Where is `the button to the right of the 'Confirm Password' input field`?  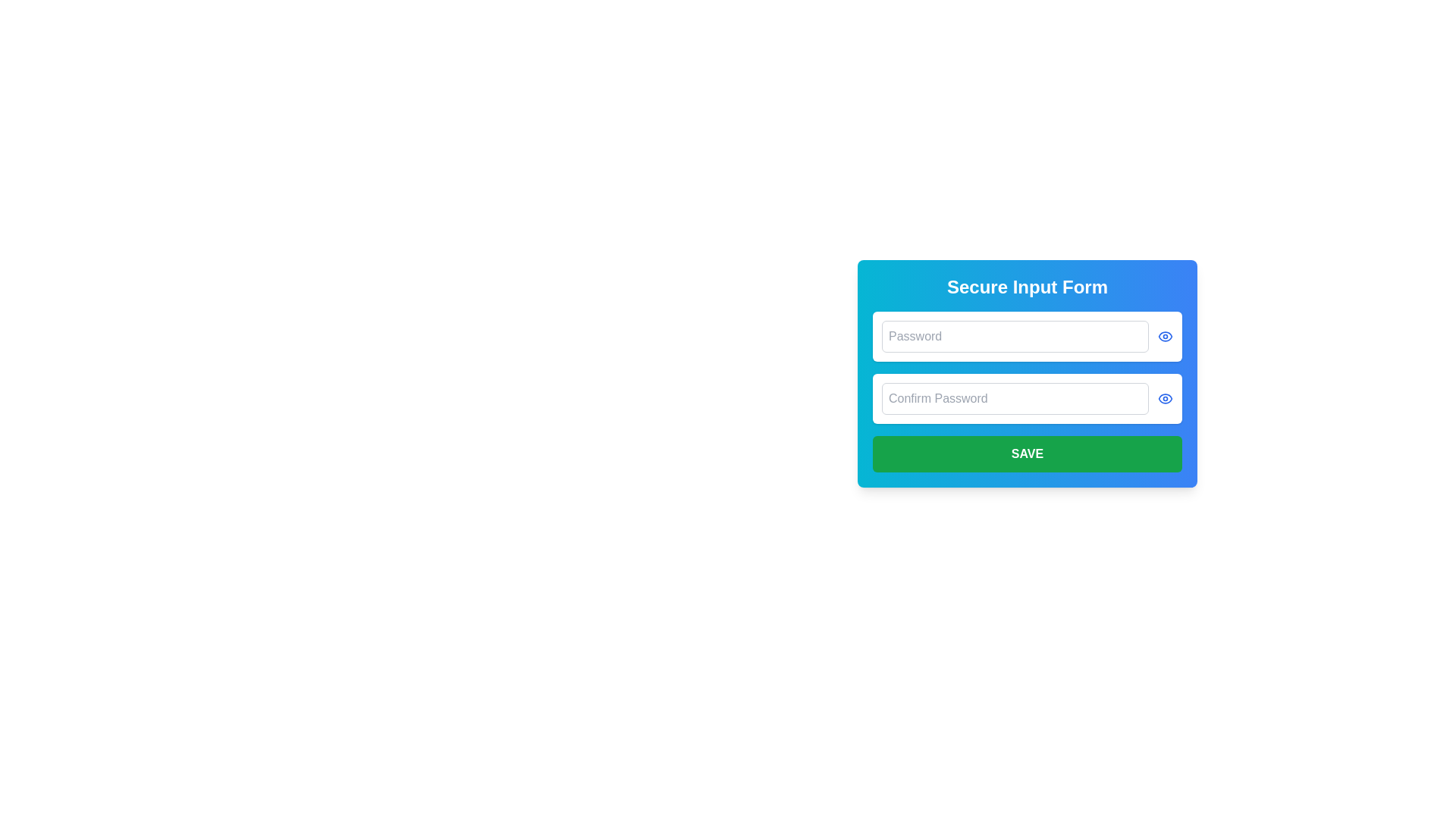 the button to the right of the 'Confirm Password' input field is located at coordinates (1164, 397).